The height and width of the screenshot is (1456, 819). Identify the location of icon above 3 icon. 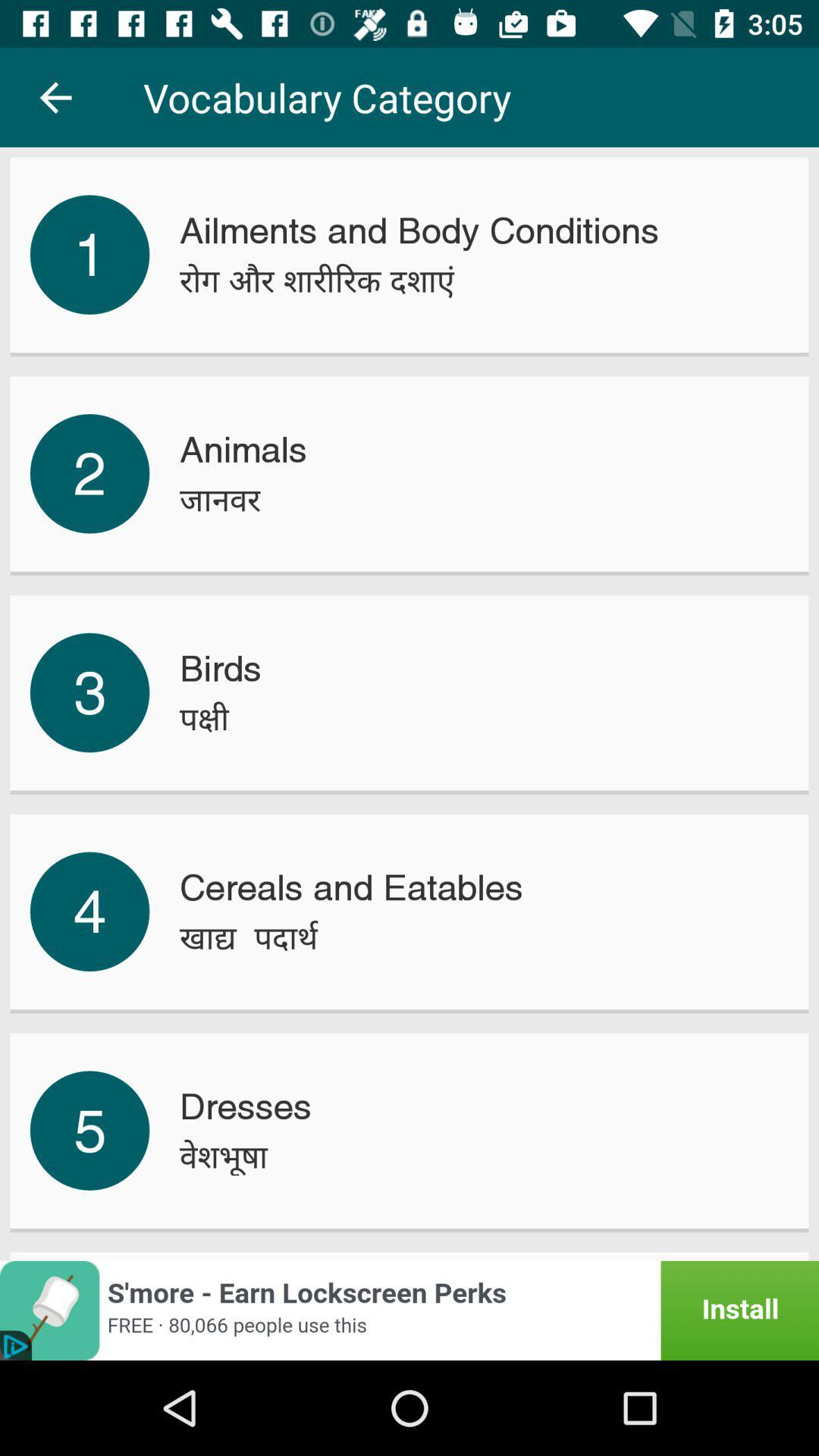
(89, 472).